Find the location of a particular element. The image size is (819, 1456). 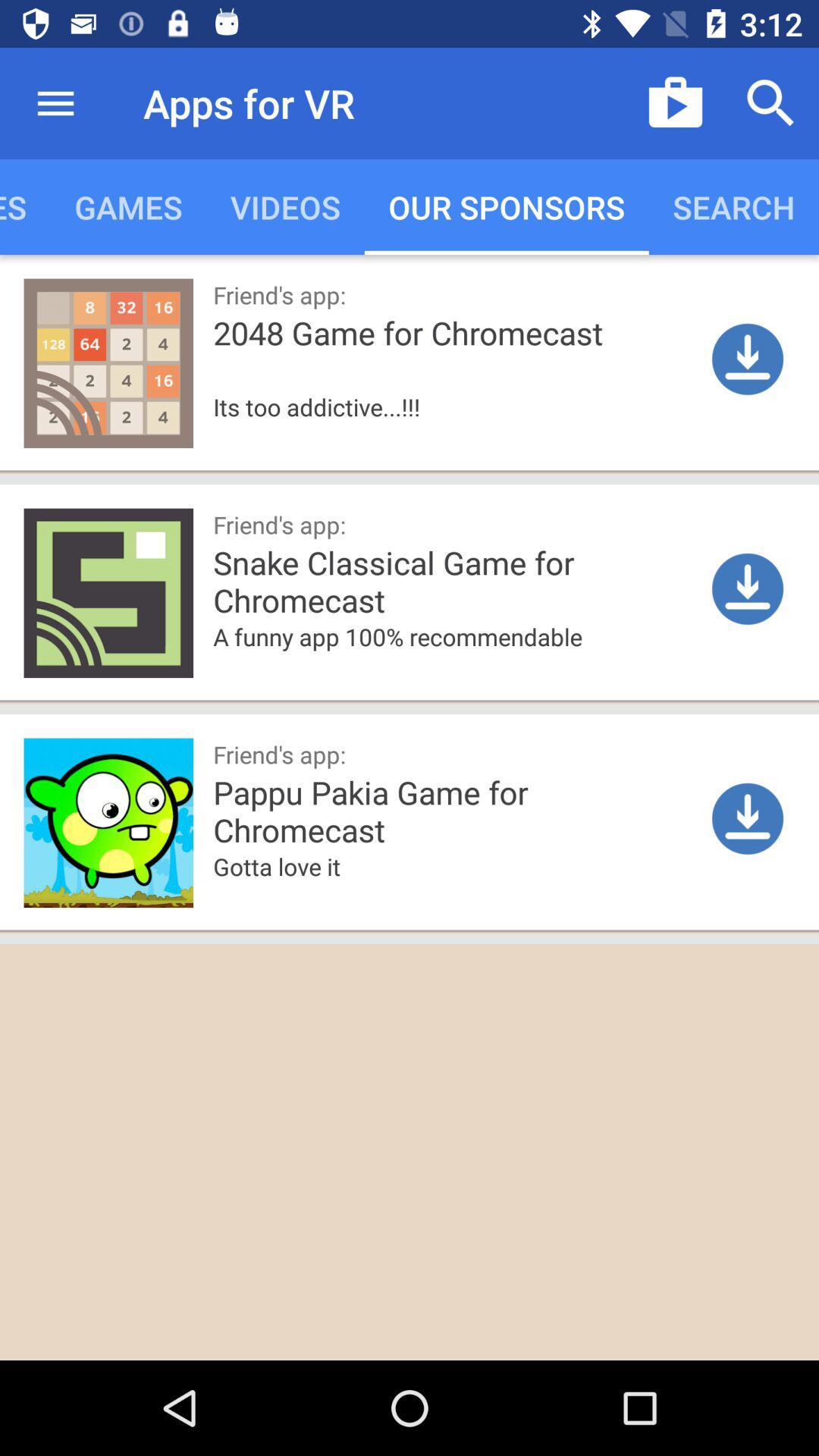

item next to the apps for vr is located at coordinates (55, 102).